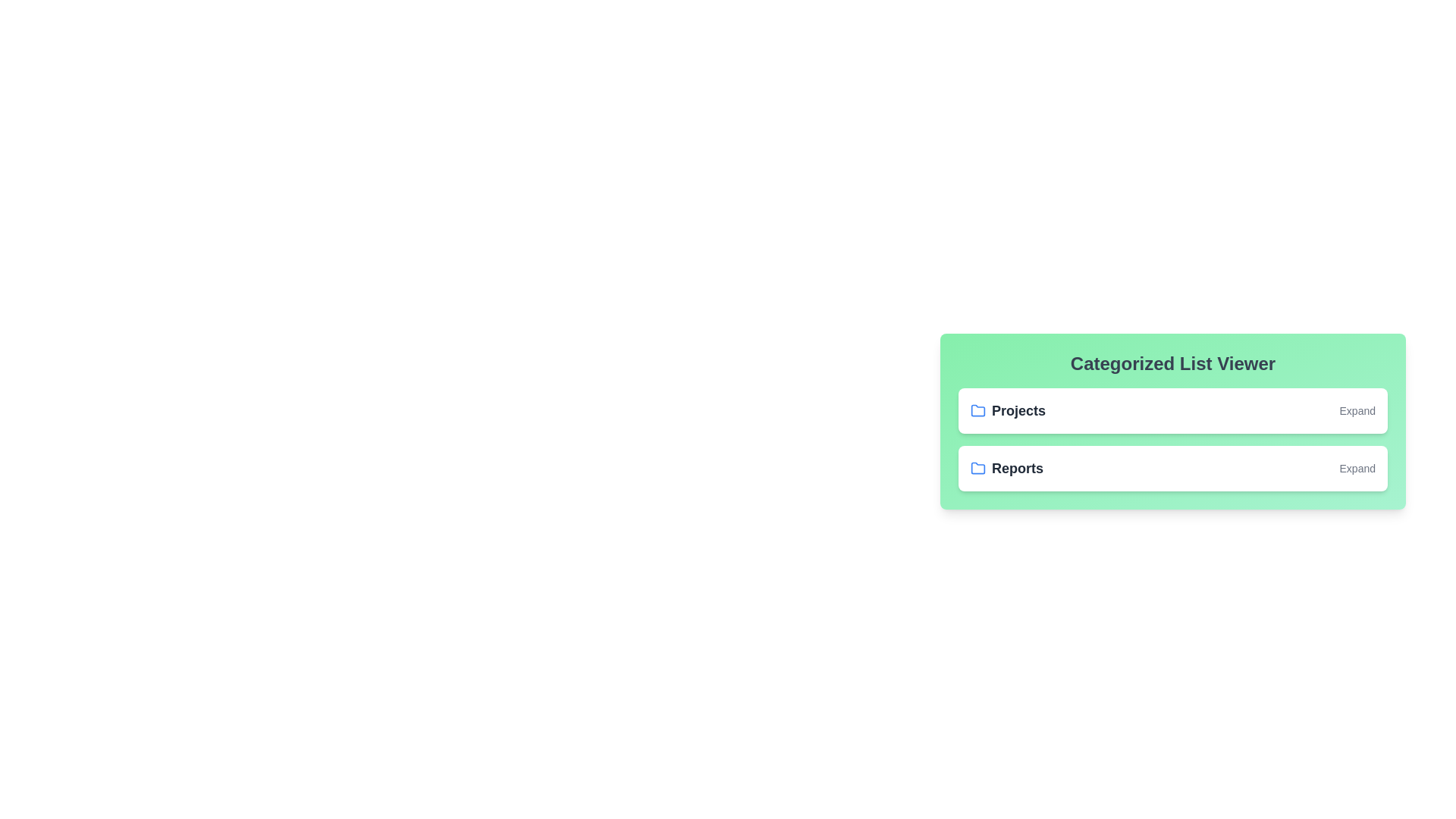 This screenshot has width=1456, height=819. Describe the element at coordinates (1357, 411) in the screenshot. I see `the 'Expand' button for the Projects category` at that location.